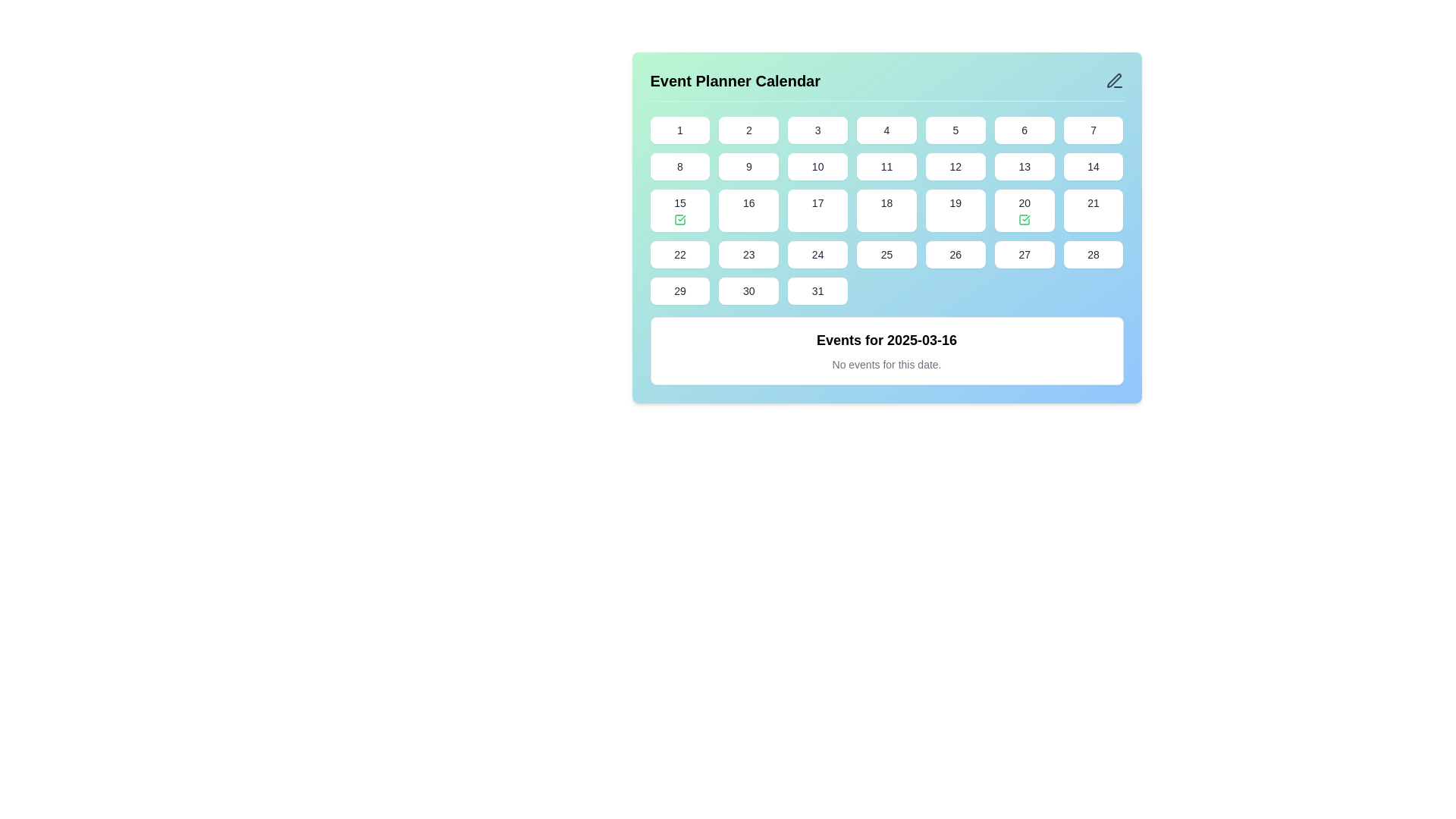  Describe the element at coordinates (679, 166) in the screenshot. I see `the button representing the day '8' in the calendar` at that location.